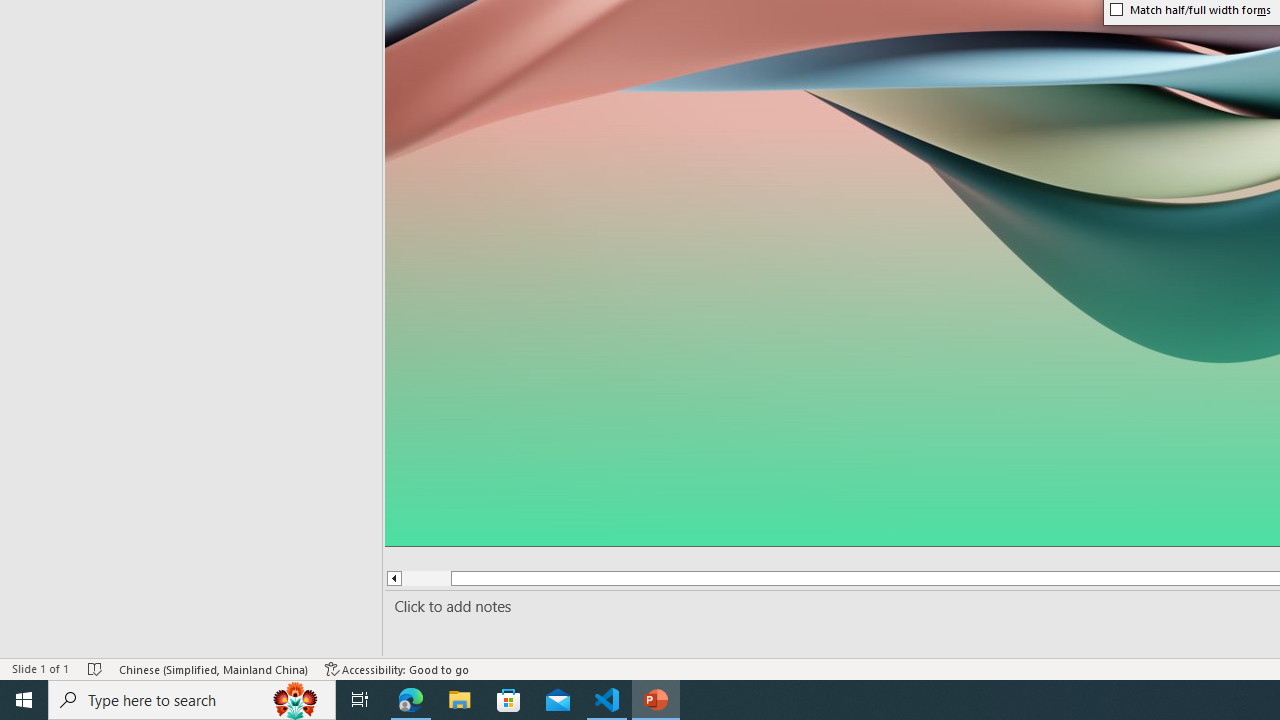  What do you see at coordinates (1191, 10) in the screenshot?
I see `'Match half/full width forms'` at bounding box center [1191, 10].